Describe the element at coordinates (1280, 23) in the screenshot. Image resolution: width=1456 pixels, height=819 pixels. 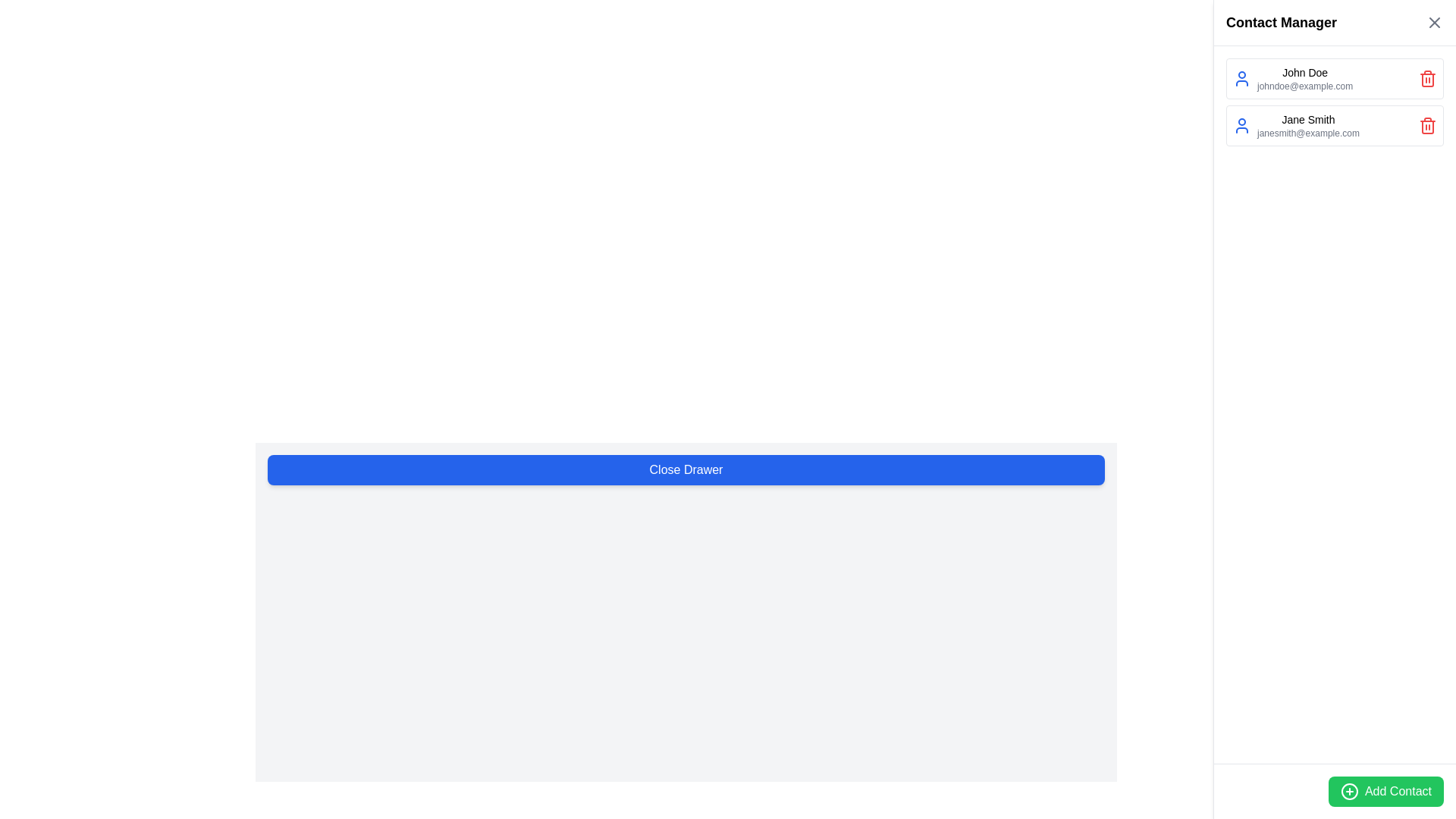
I see `the Text heading that serves as a section title for managing contacts, located in the top section of a right-aligned panel` at that location.